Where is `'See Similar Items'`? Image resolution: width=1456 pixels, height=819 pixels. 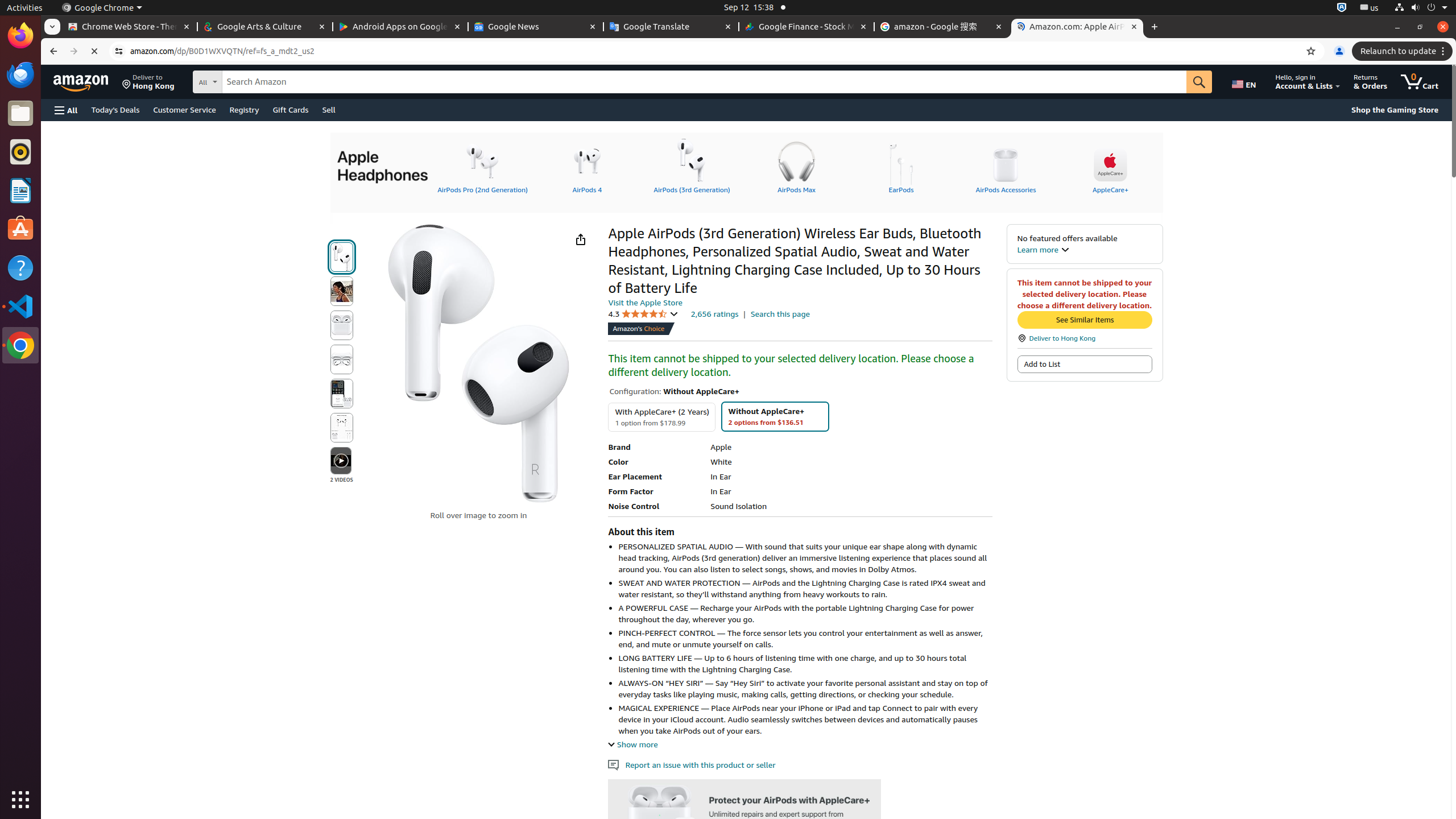 'See Similar Items' is located at coordinates (1083, 320).